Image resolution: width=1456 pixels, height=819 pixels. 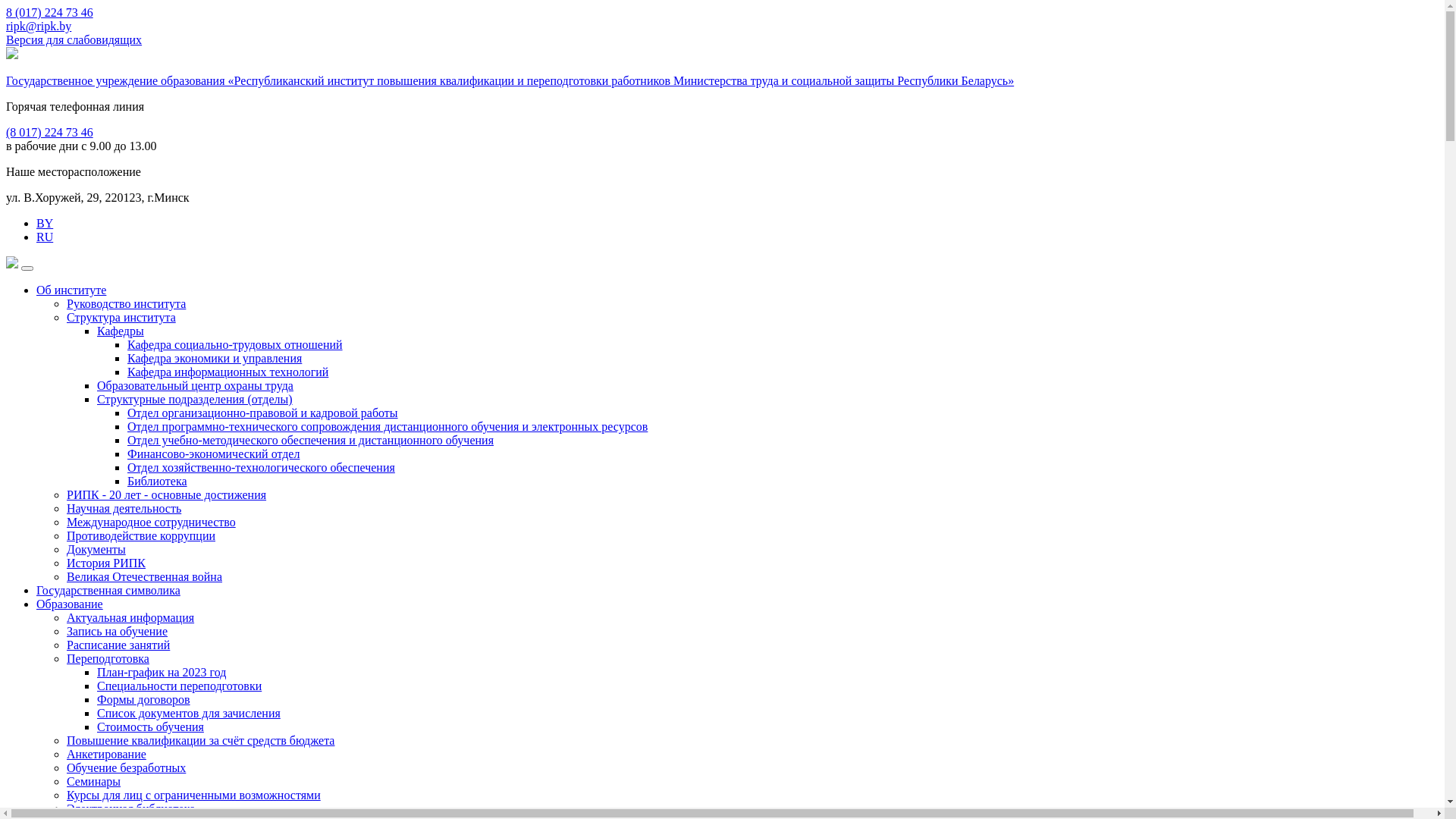 I want to click on 'ripk@ripk.by', so click(x=39, y=26).